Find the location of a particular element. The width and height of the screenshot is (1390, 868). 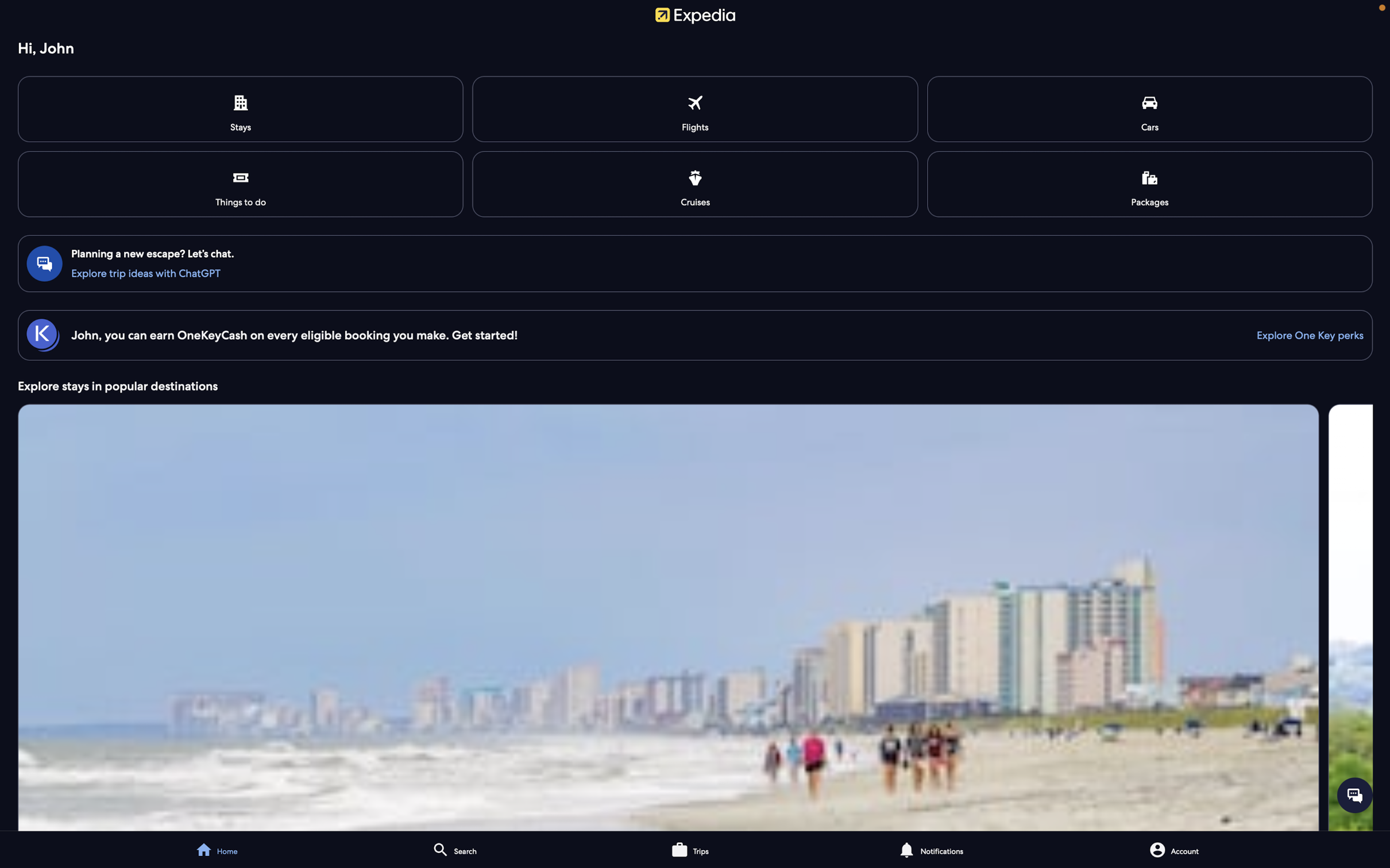

the starting page is located at coordinates (225, 847).